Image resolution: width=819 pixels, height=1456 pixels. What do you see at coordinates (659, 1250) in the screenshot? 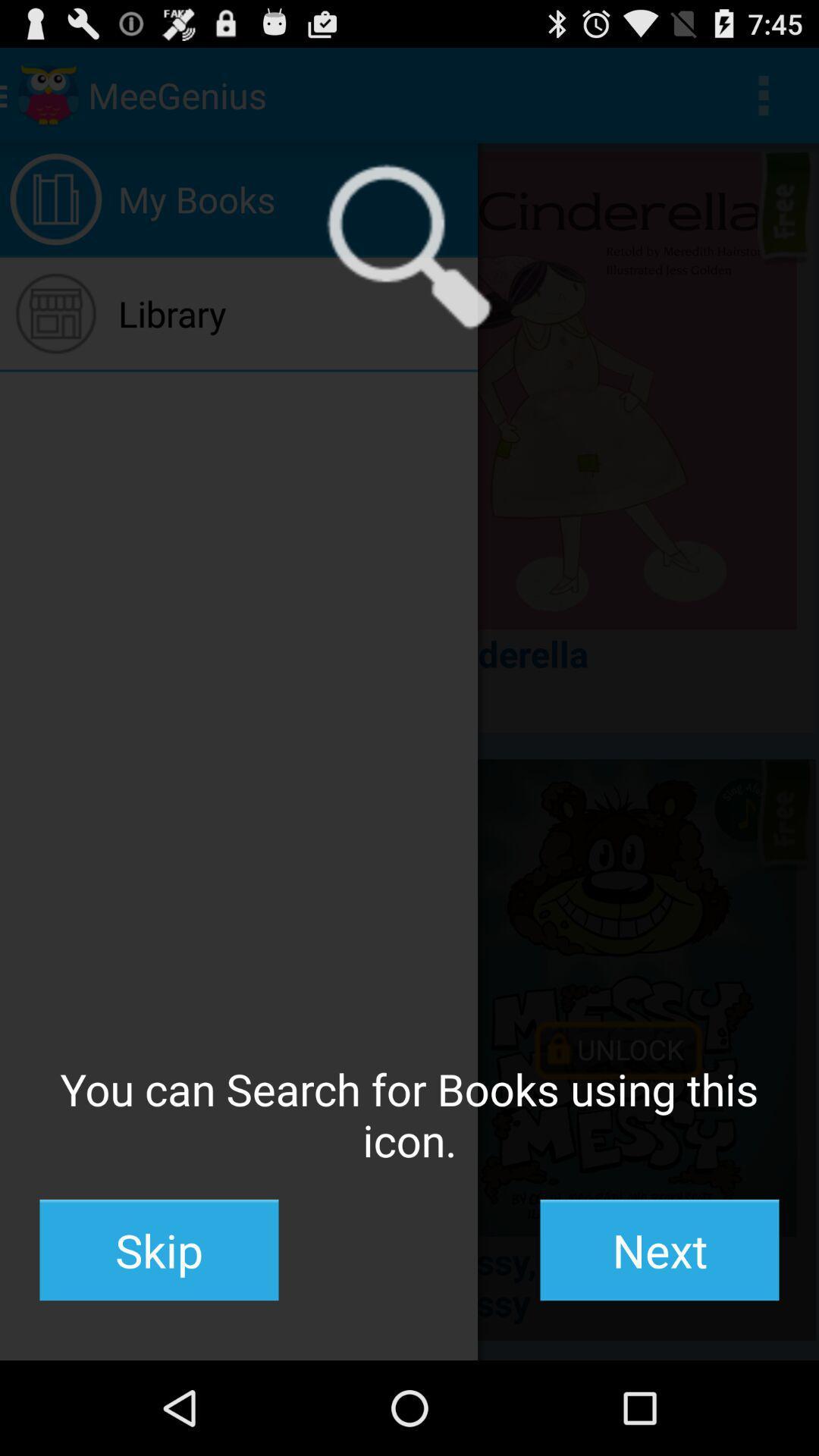
I see `the next item` at bounding box center [659, 1250].